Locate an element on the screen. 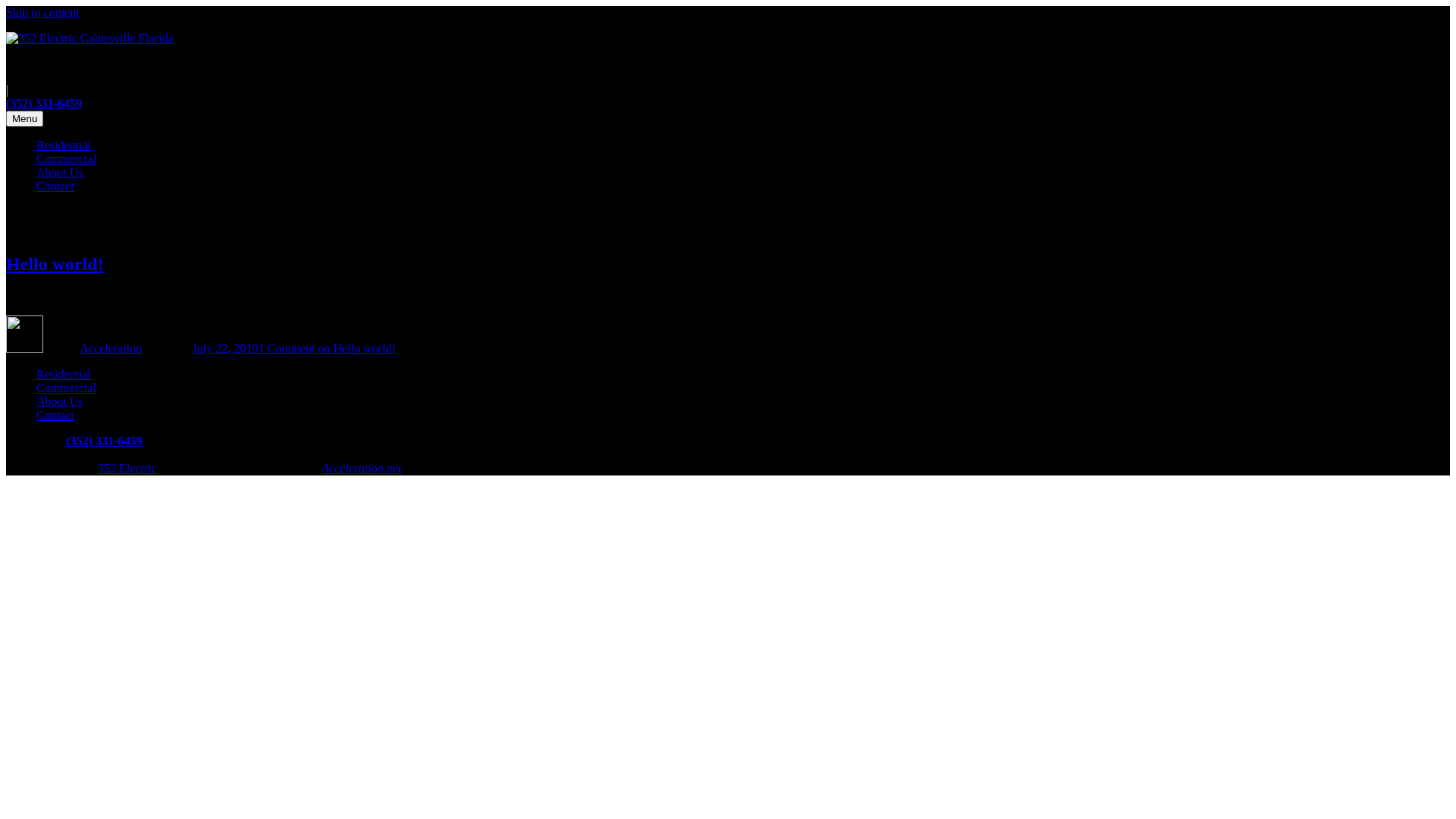  'Commercial' is located at coordinates (65, 158).